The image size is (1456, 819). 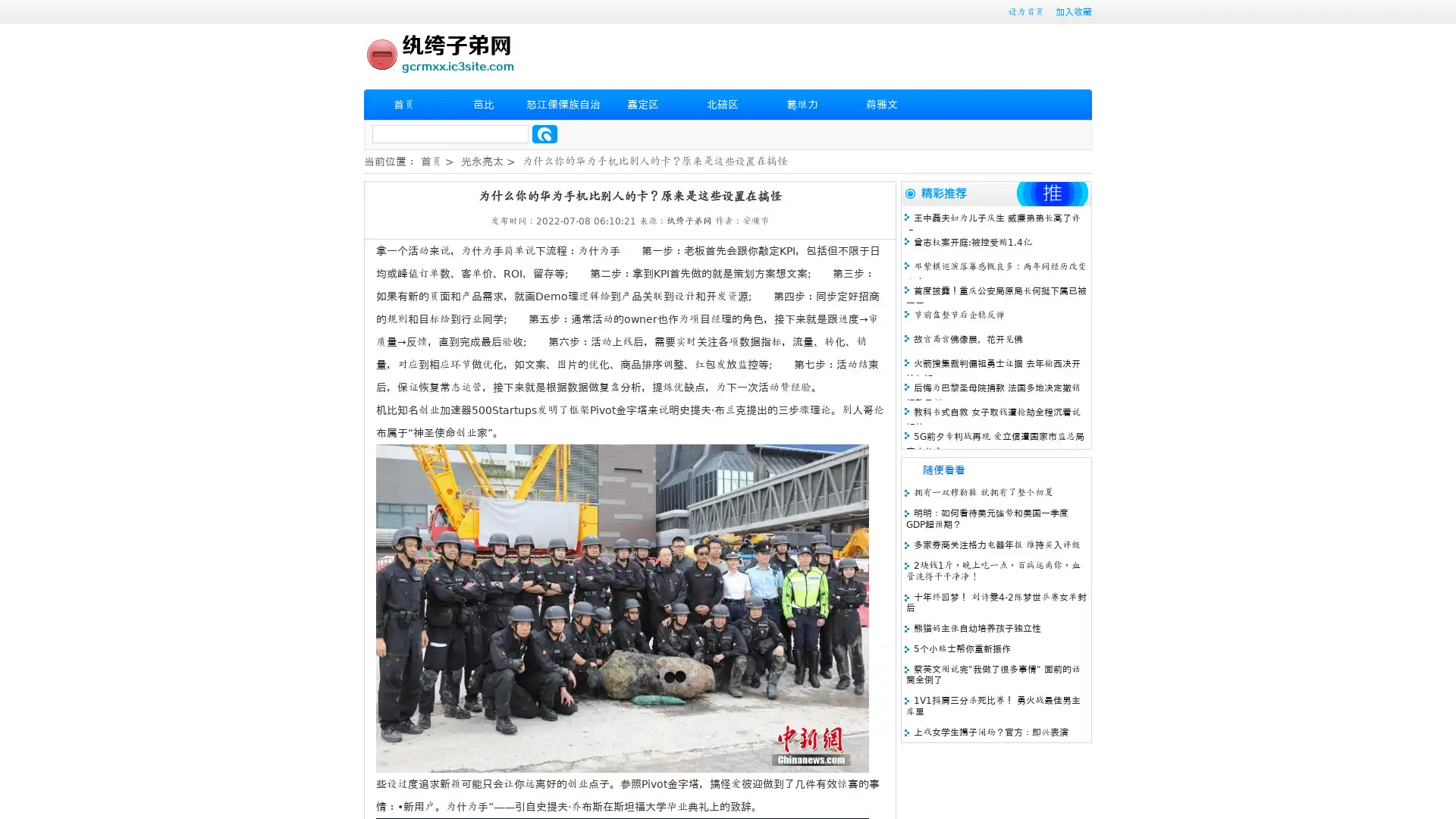 I want to click on Search, so click(x=544, y=133).